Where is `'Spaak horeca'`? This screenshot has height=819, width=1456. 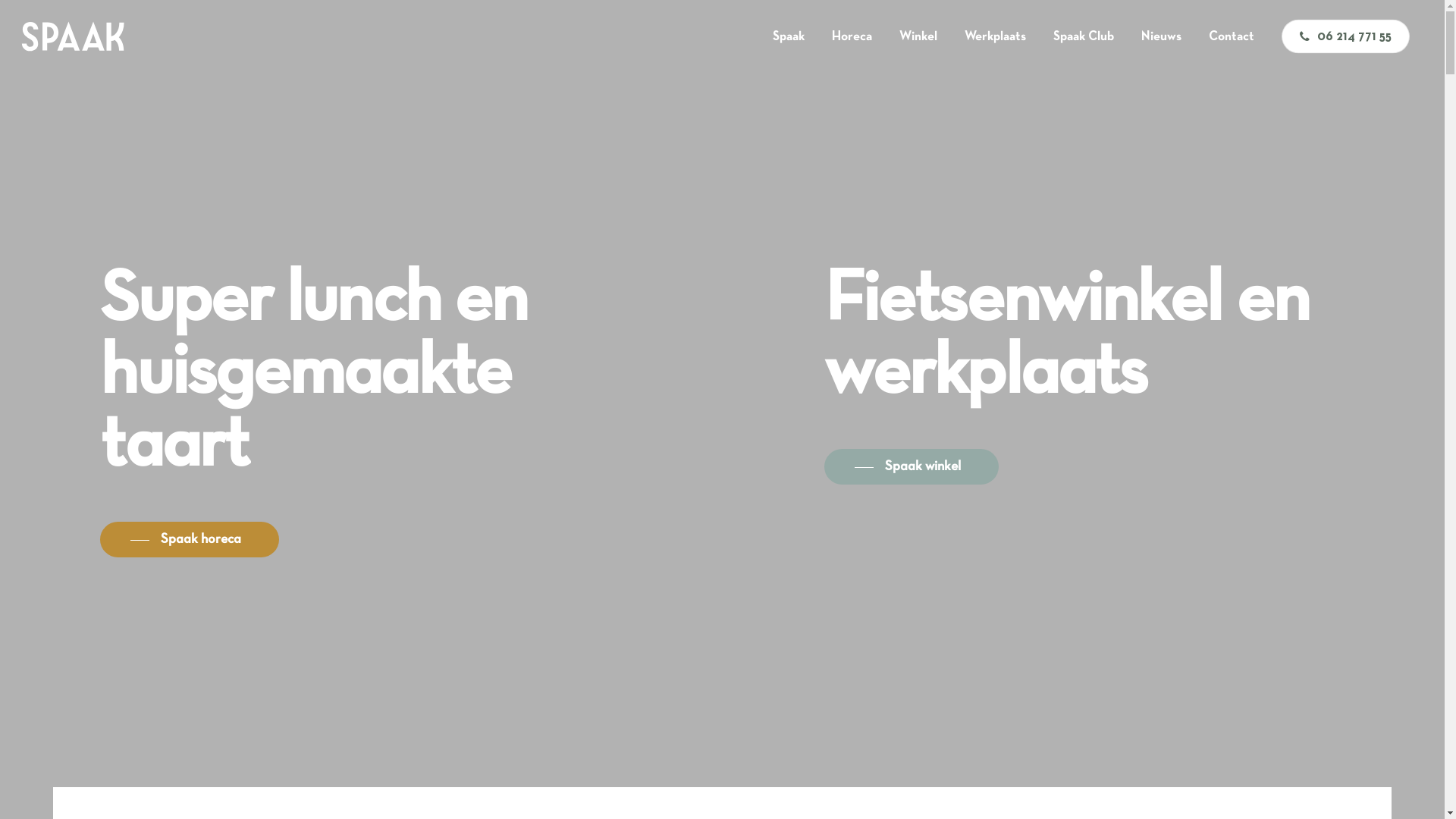
'Spaak horeca' is located at coordinates (188, 539).